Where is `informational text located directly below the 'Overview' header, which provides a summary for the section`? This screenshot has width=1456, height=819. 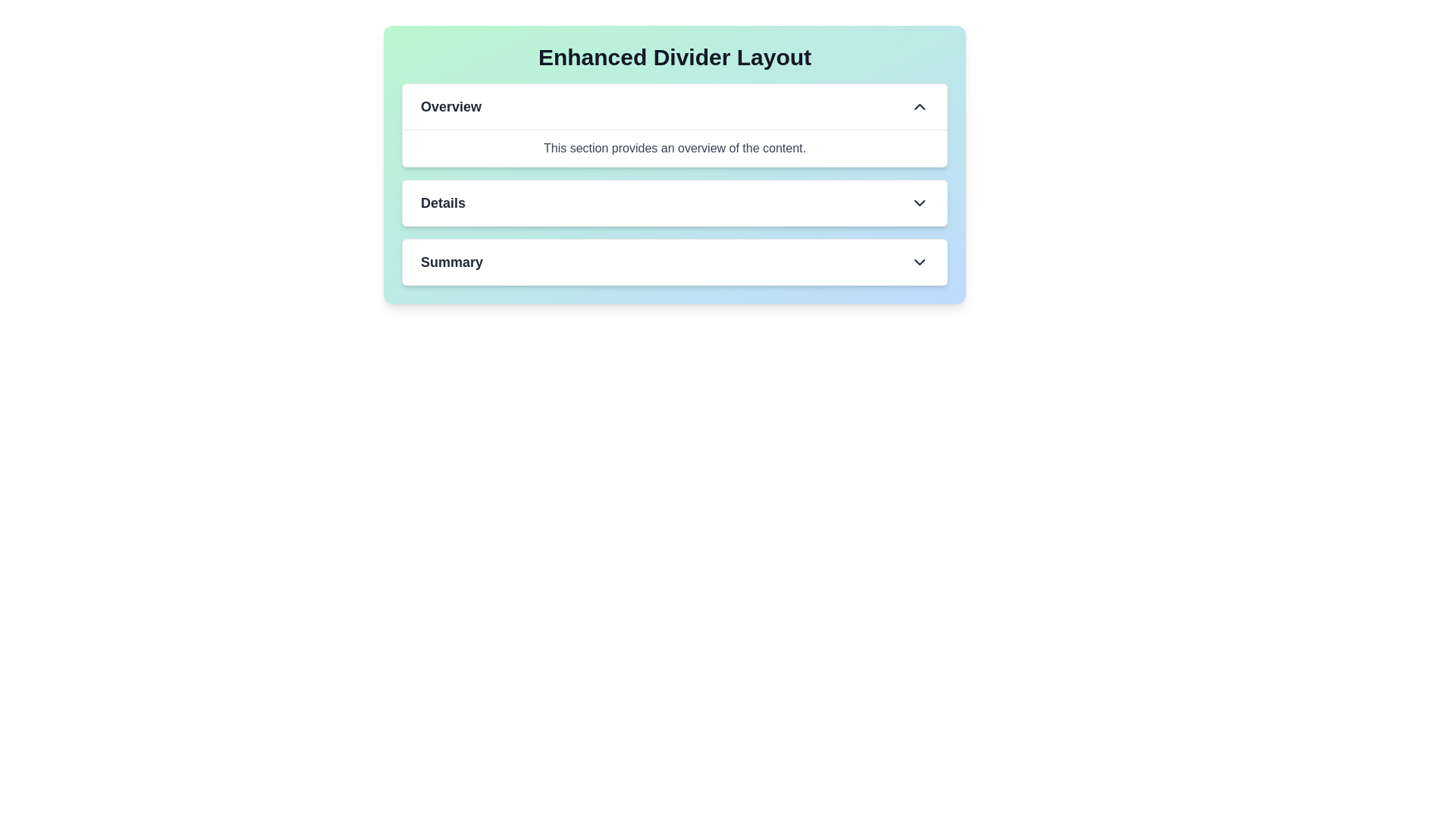 informational text located directly below the 'Overview' header, which provides a summary for the section is located at coordinates (673, 148).